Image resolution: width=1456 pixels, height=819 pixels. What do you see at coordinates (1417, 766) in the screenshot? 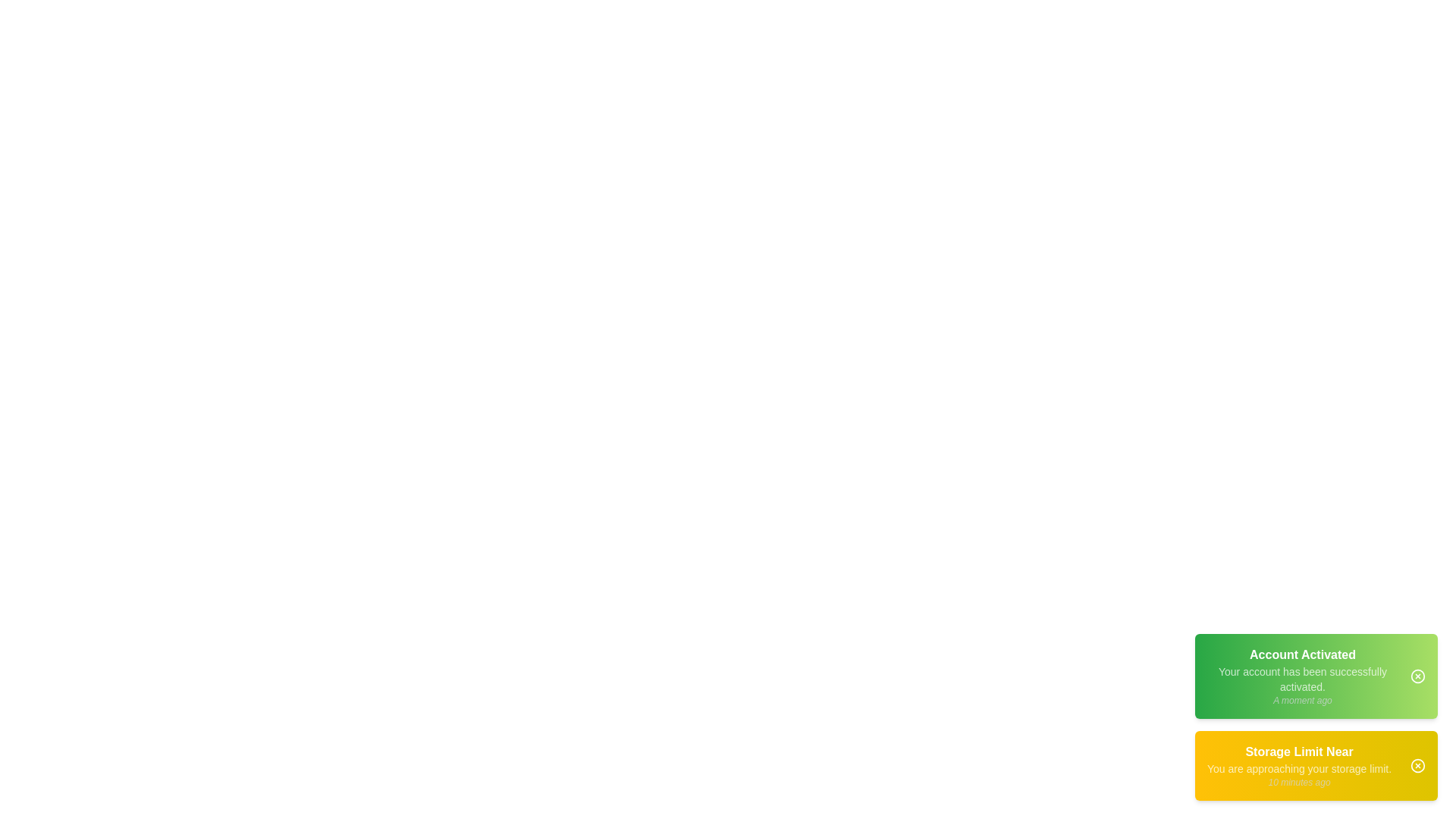
I see `the close button of the notification corresponding to Storage Limit Near` at bounding box center [1417, 766].